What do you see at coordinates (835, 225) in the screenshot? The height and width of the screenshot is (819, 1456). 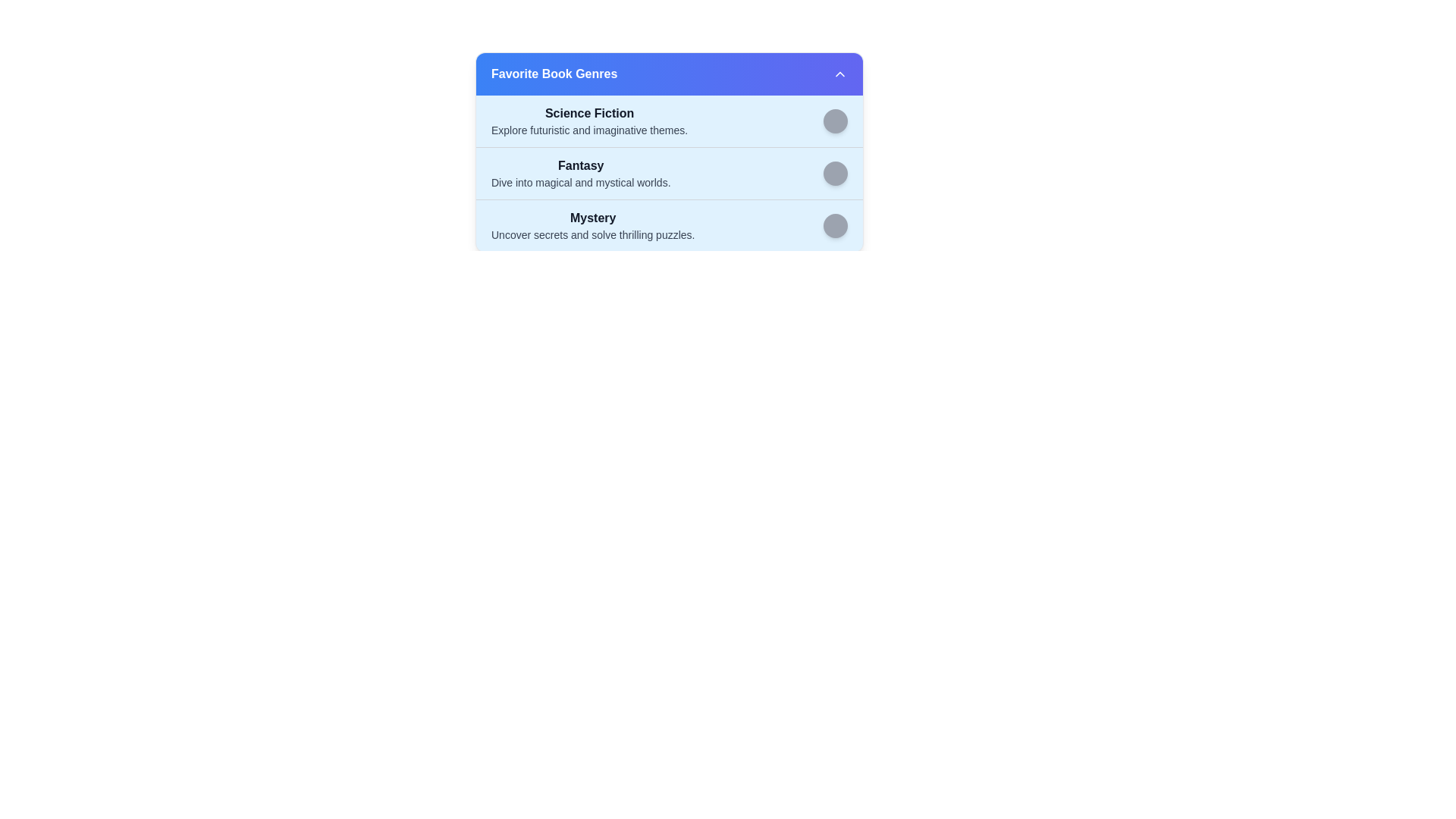 I see `the button at the far right of the third row labeled 'Mystery'` at bounding box center [835, 225].